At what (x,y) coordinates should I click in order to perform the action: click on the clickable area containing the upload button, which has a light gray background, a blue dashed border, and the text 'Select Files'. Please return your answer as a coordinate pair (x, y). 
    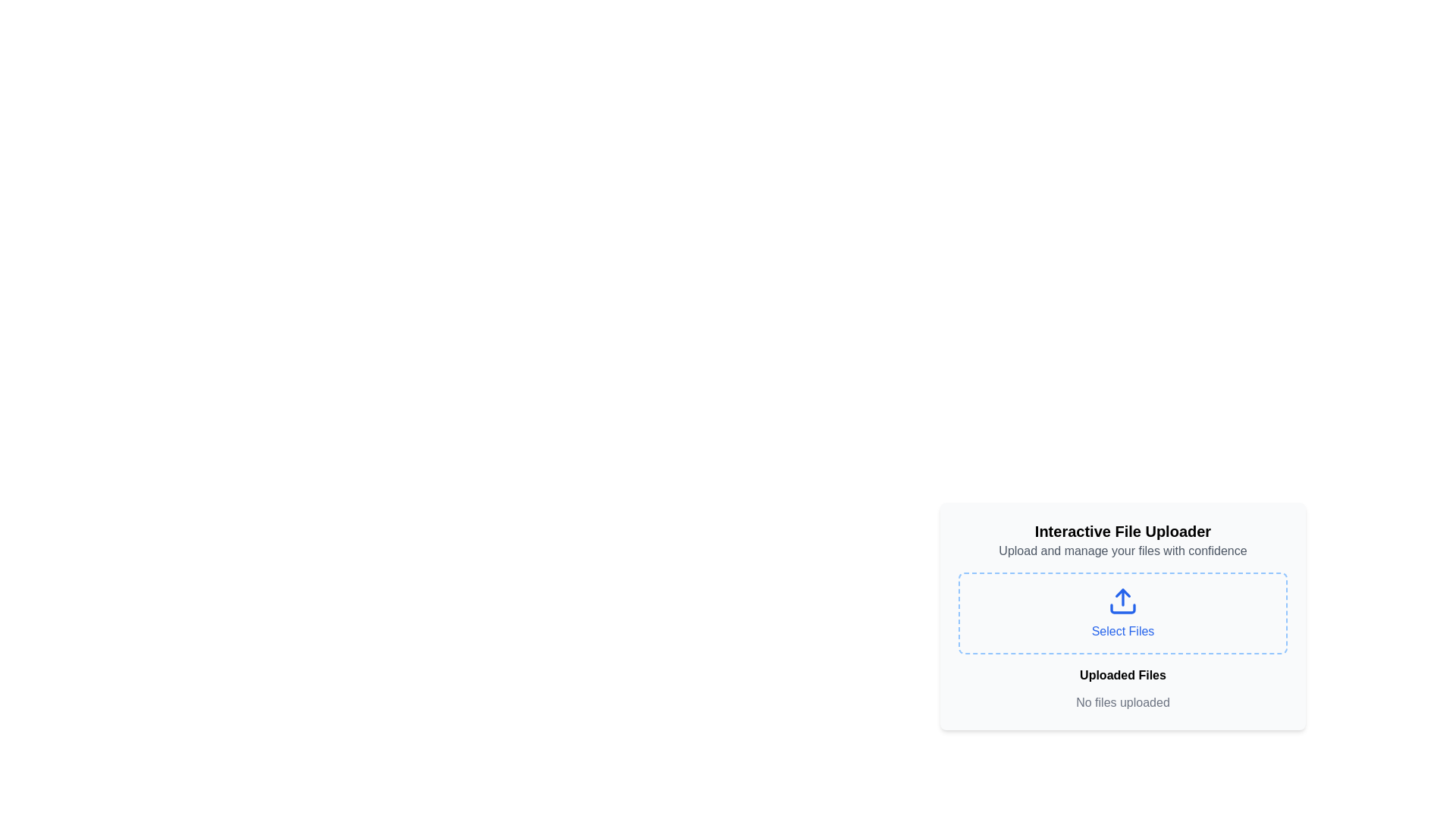
    Looking at the image, I should click on (1123, 617).